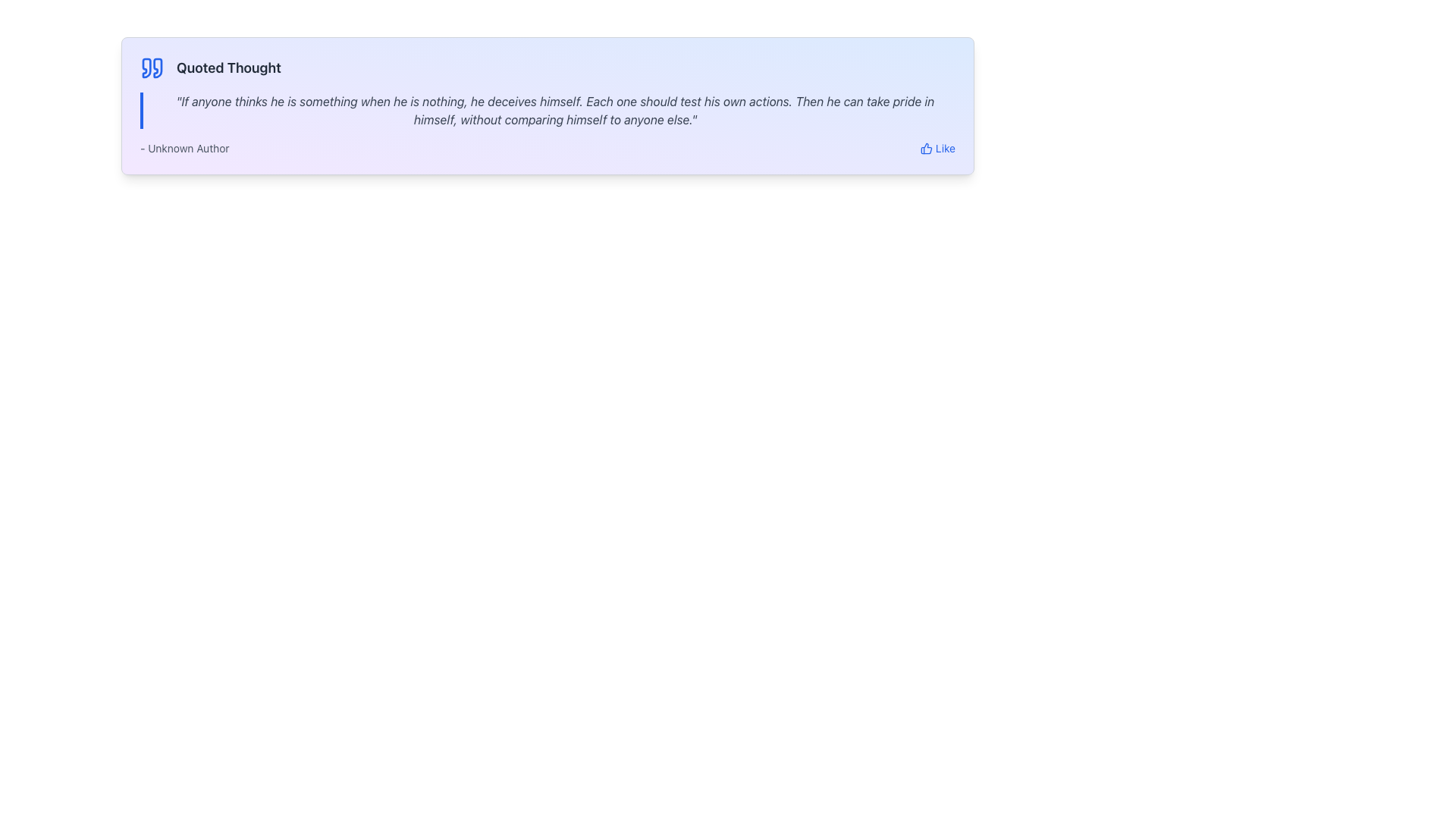 The image size is (1456, 819). Describe the element at coordinates (152, 67) in the screenshot. I see `the decorative quotation icon located to the left of the heading 'Quoted Thought'` at that location.